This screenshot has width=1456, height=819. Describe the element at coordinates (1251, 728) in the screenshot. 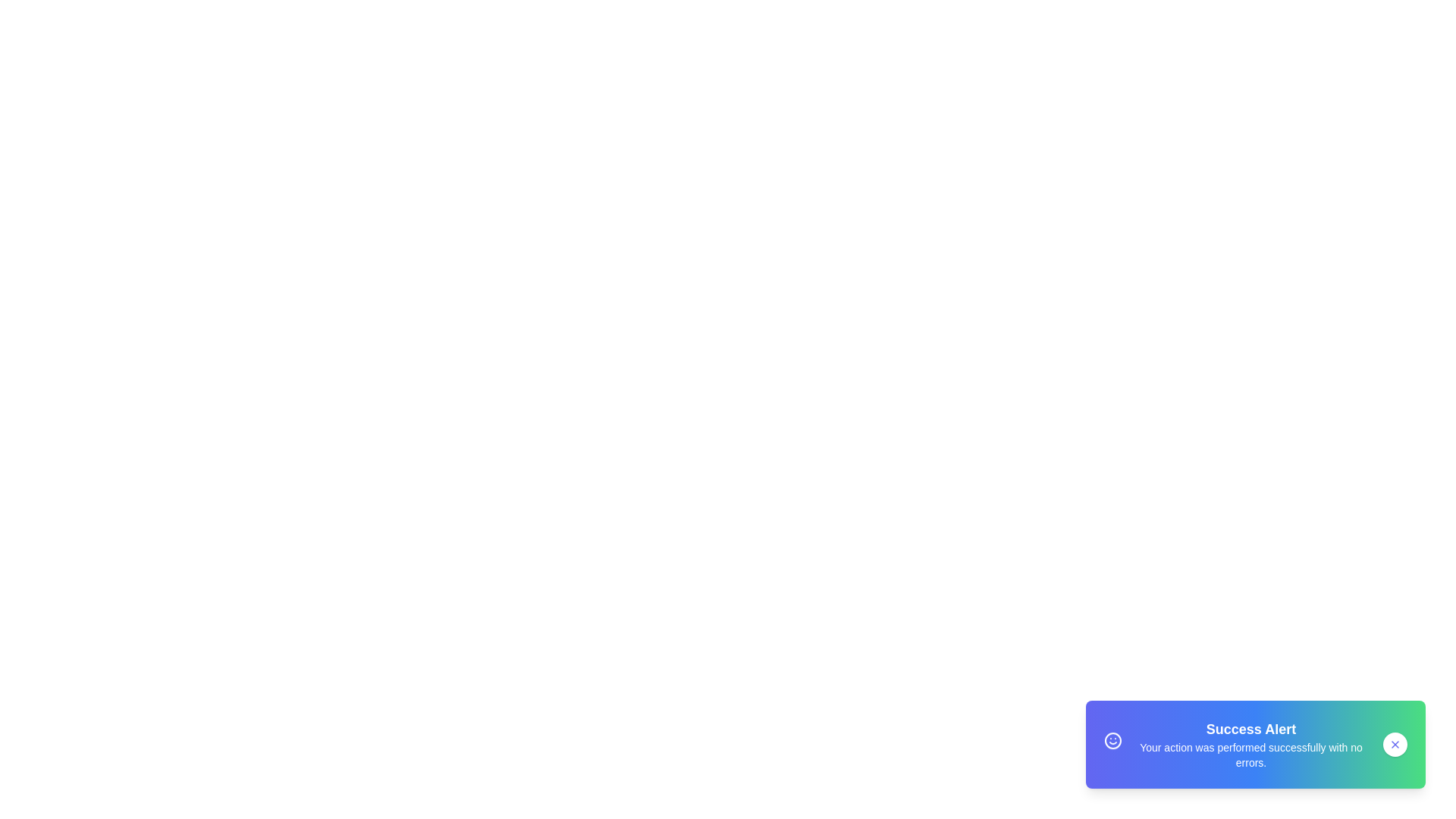

I see `the title text of the snackbar to select it` at that location.